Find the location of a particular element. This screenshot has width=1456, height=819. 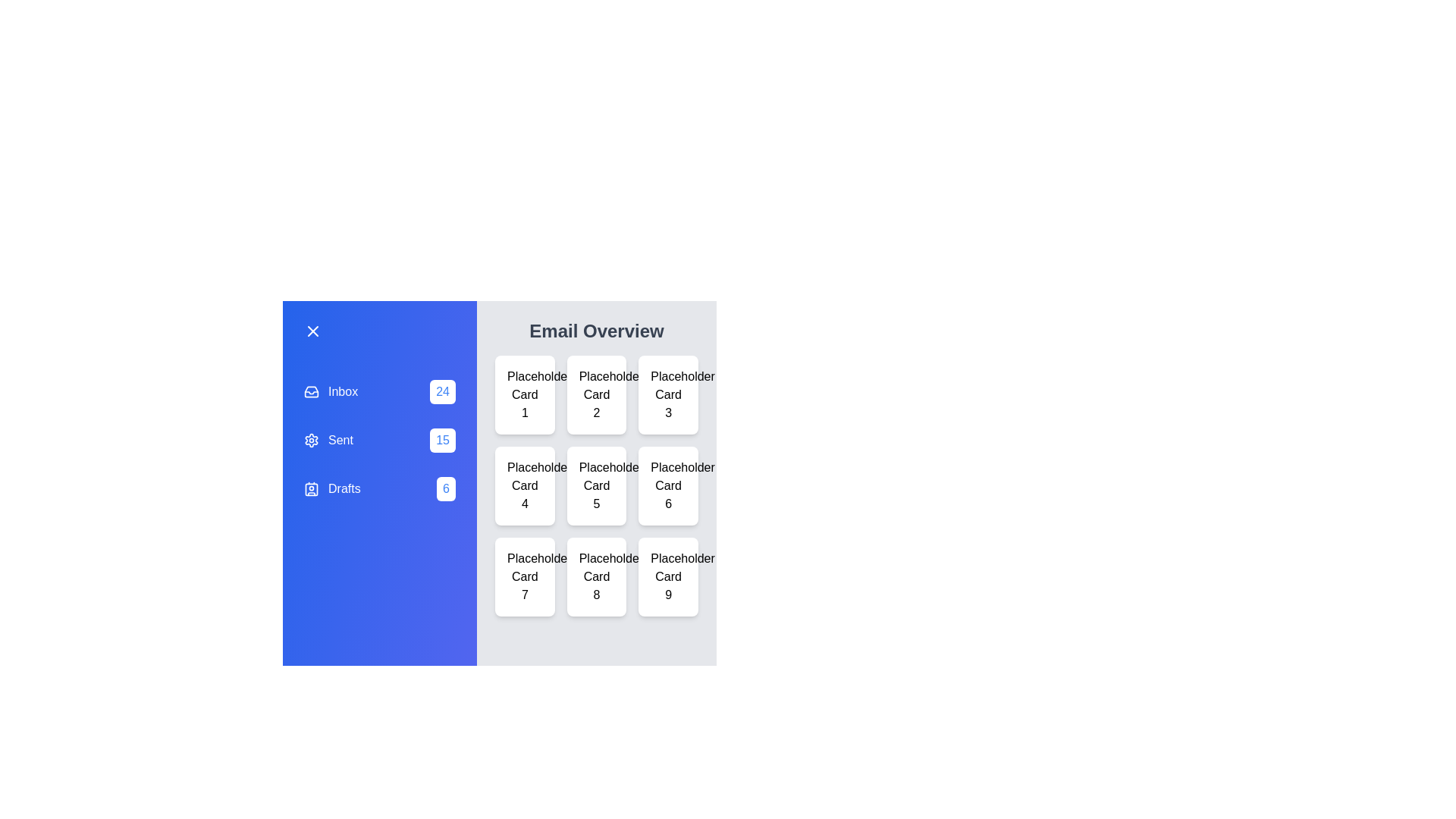

the folder labeled Sent to select it is located at coordinates (379, 441).